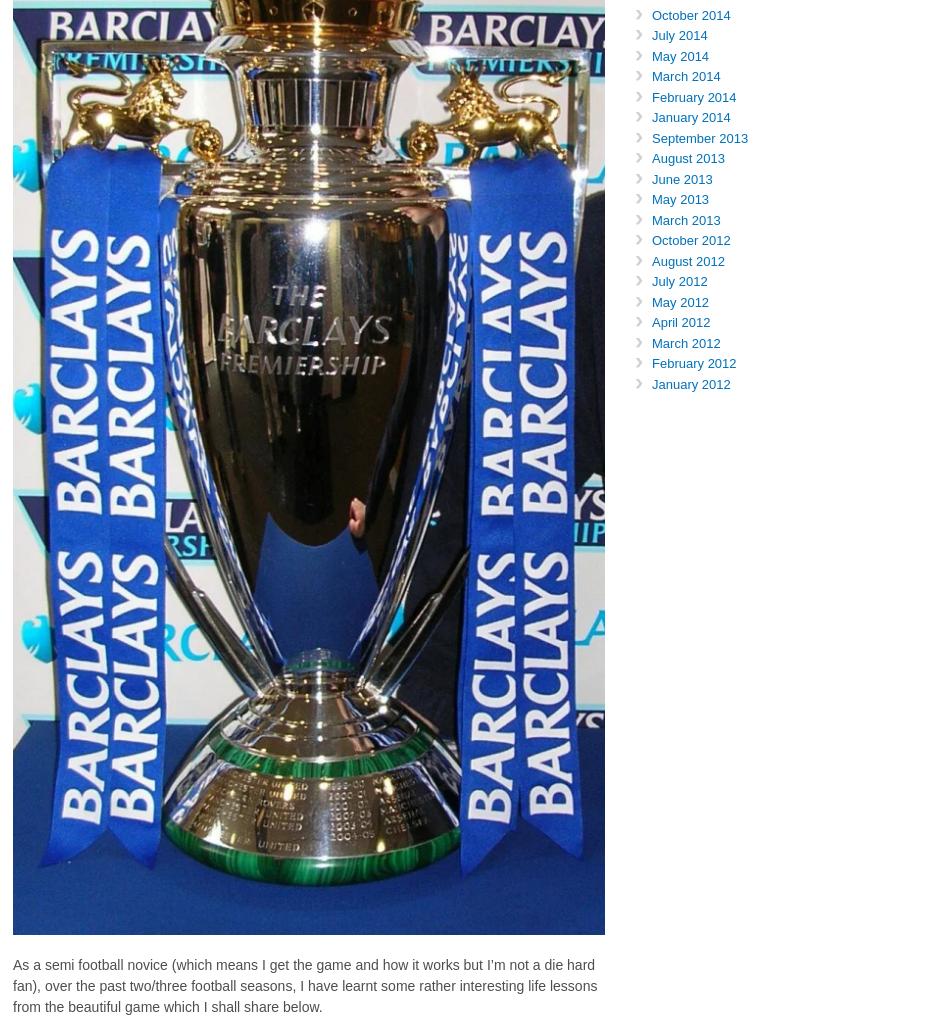  Describe the element at coordinates (685, 342) in the screenshot. I see `'March 2012'` at that location.